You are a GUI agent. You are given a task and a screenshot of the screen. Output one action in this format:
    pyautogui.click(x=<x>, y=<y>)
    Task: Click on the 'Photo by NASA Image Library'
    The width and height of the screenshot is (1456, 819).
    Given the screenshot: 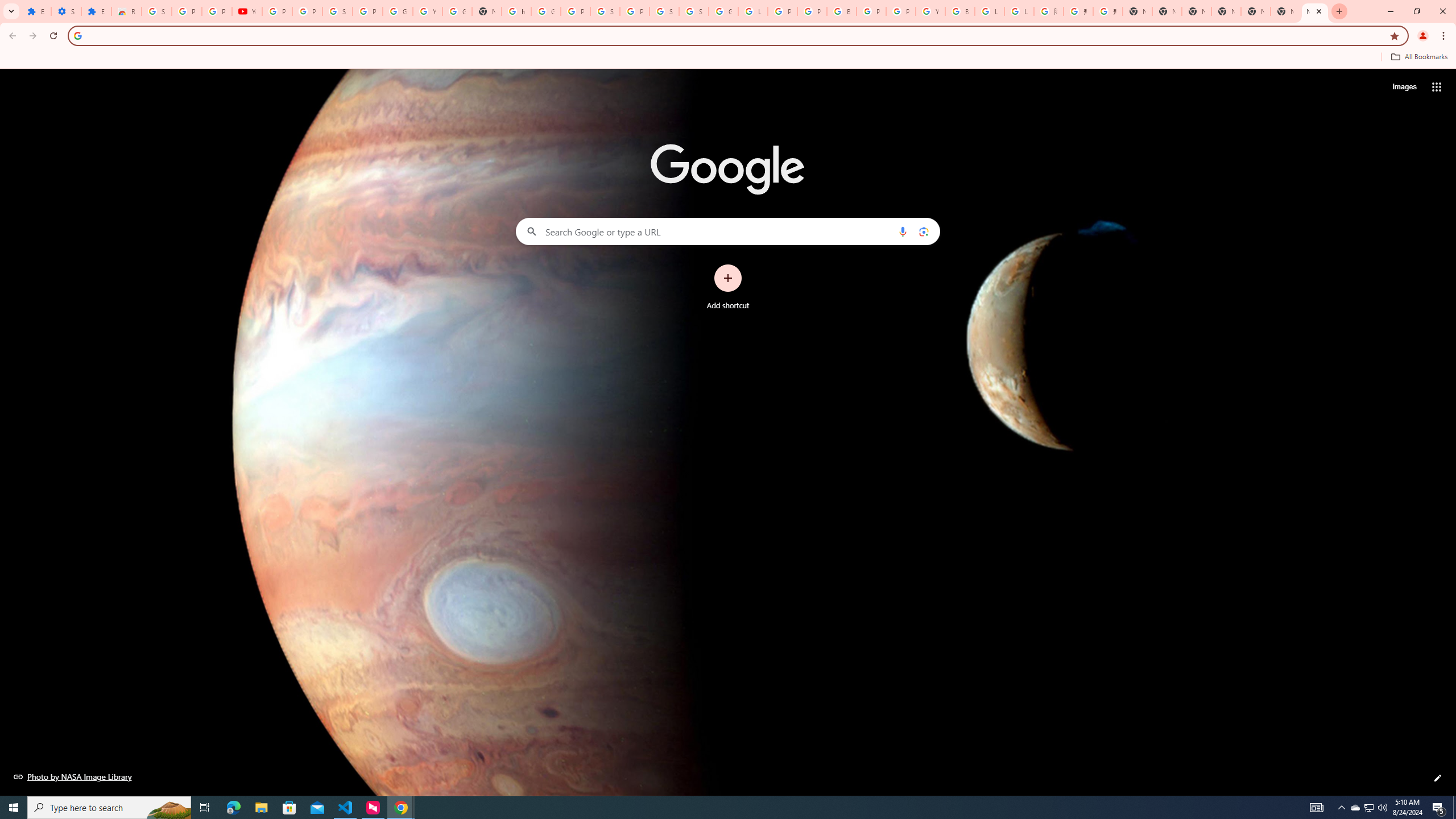 What is the action you would take?
    pyautogui.click(x=72, y=776)
    